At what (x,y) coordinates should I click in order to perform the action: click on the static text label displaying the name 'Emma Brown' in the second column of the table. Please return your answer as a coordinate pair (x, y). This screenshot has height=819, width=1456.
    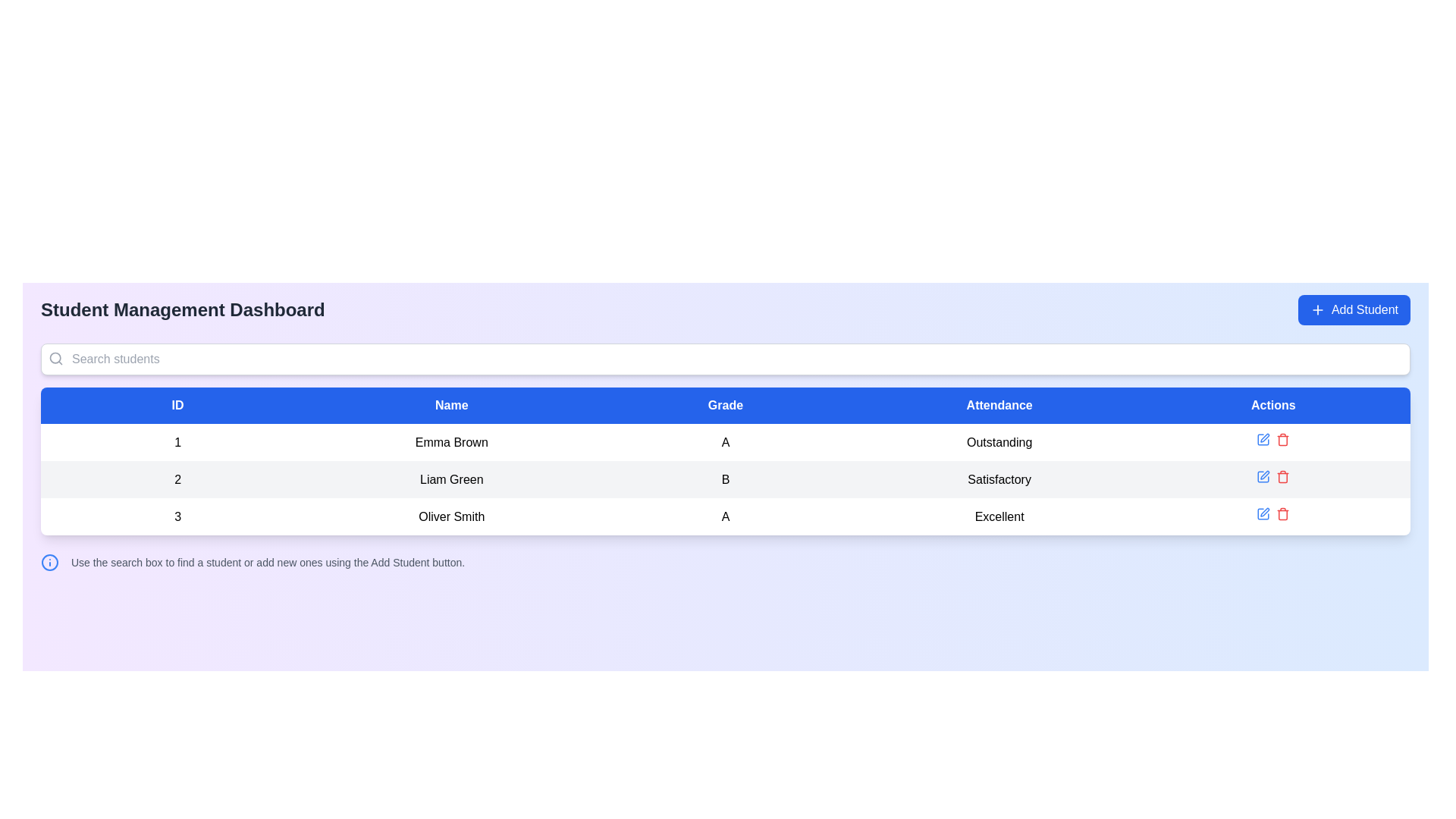
    Looking at the image, I should click on (450, 442).